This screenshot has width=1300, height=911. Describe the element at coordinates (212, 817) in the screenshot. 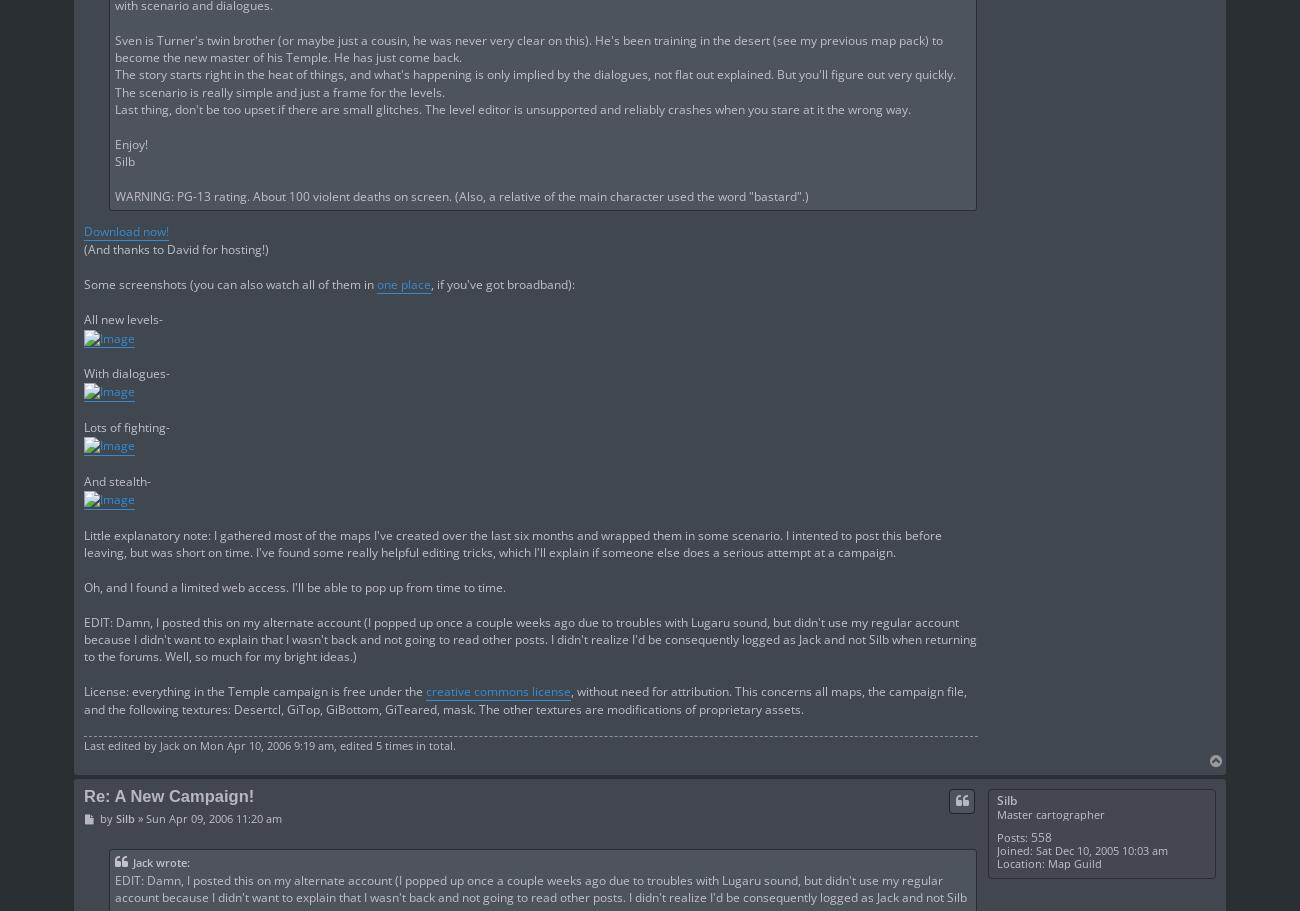

I see `'Sun Apr 09, 2006 11:20 am'` at that location.